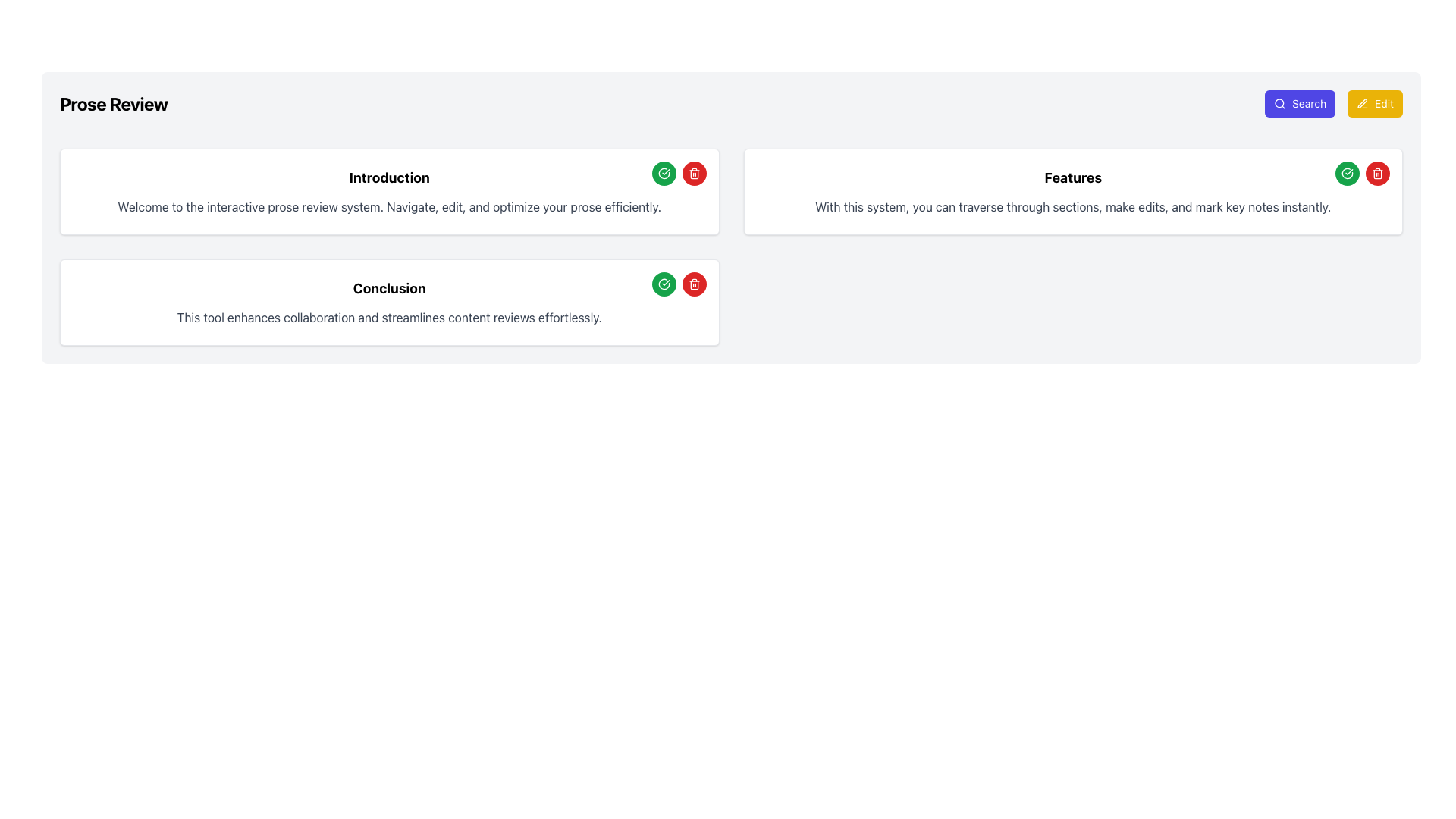  I want to click on the trash bin icon button, which is styled with red color and located at the top right corner of the 'Features' section, so click(1378, 172).